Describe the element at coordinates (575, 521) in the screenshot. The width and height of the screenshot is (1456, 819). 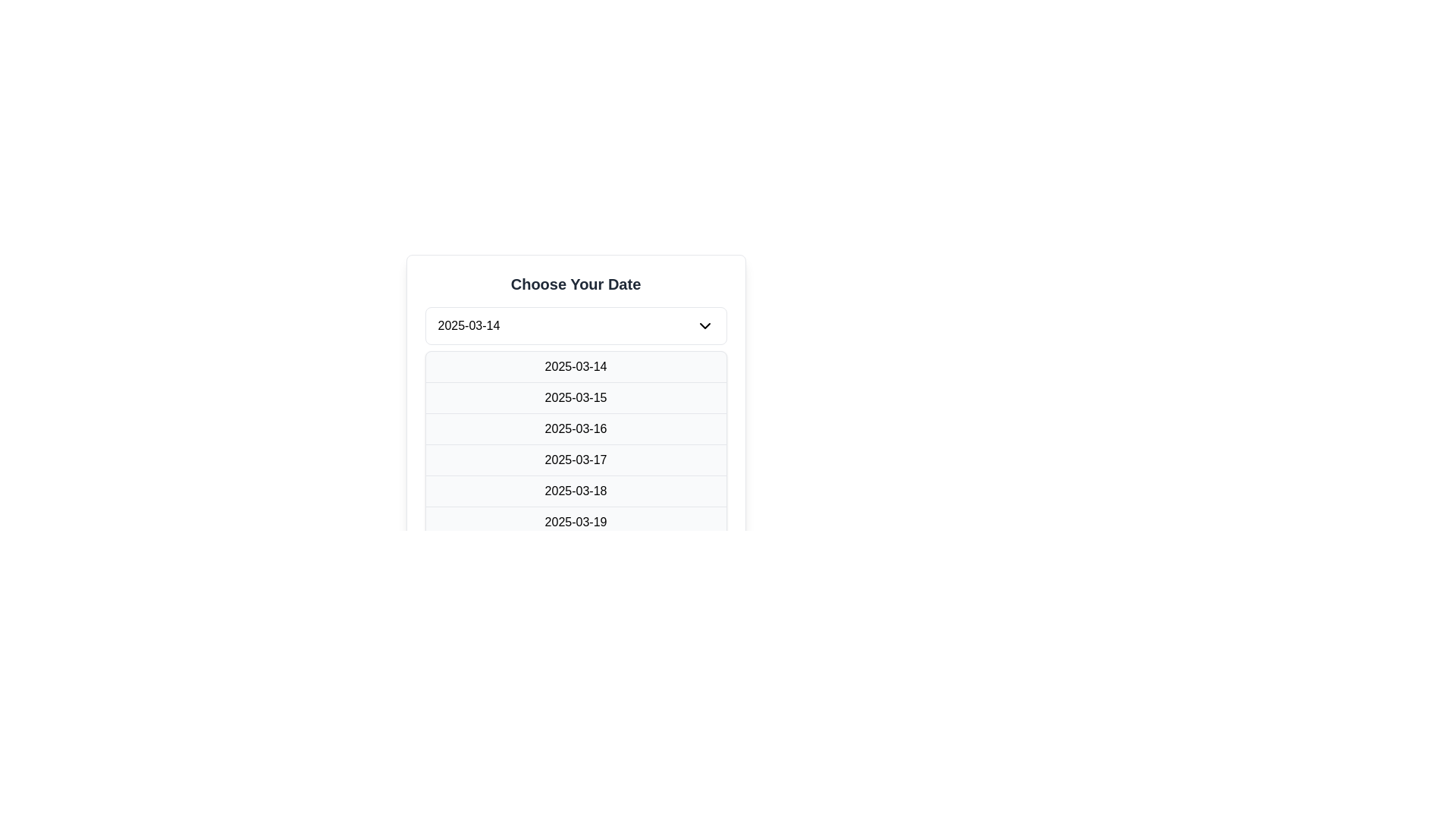
I see `the sixth date option in the date picker list` at that location.